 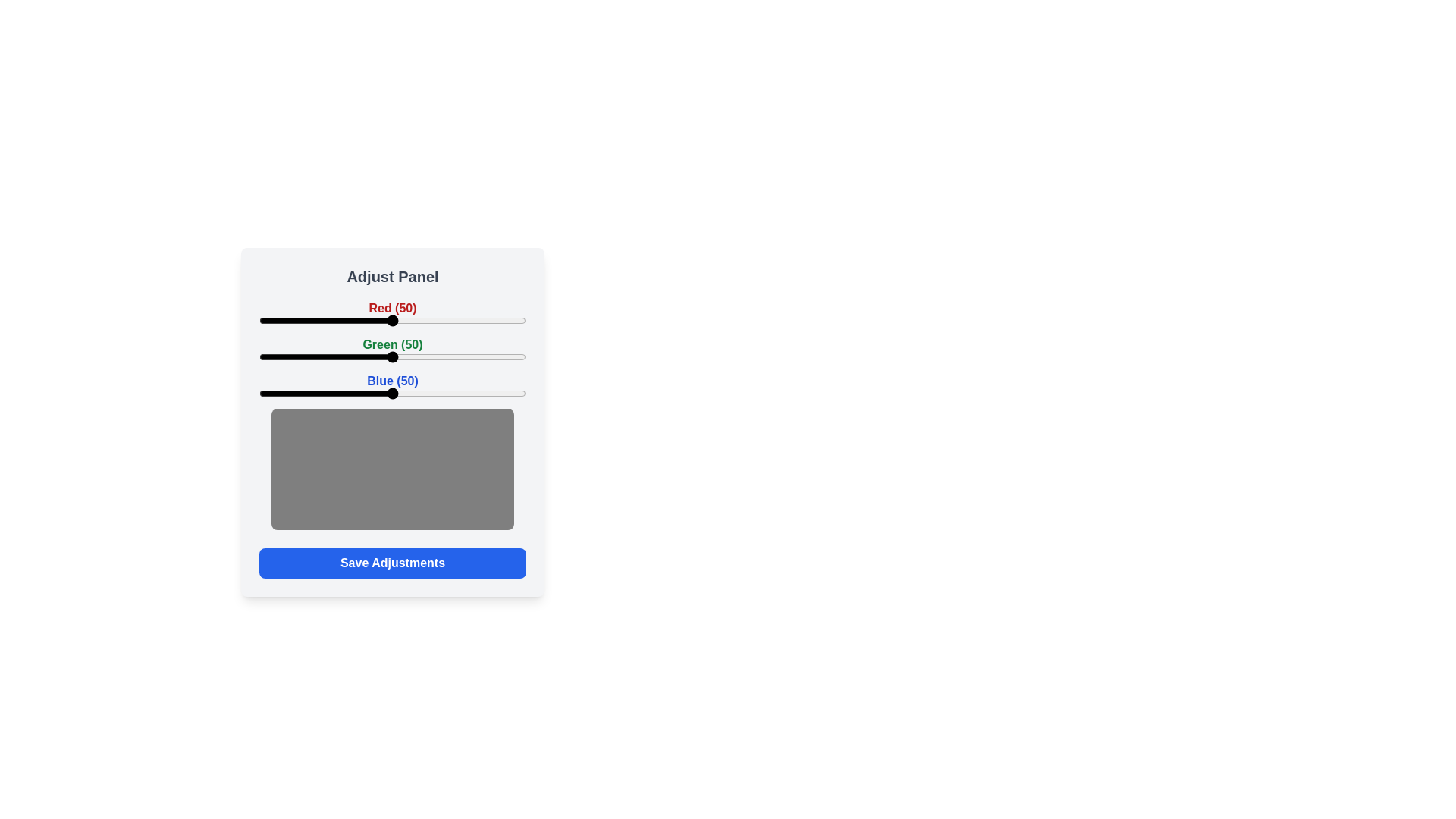 I want to click on the blue slider to 57 percent, so click(x=411, y=393).